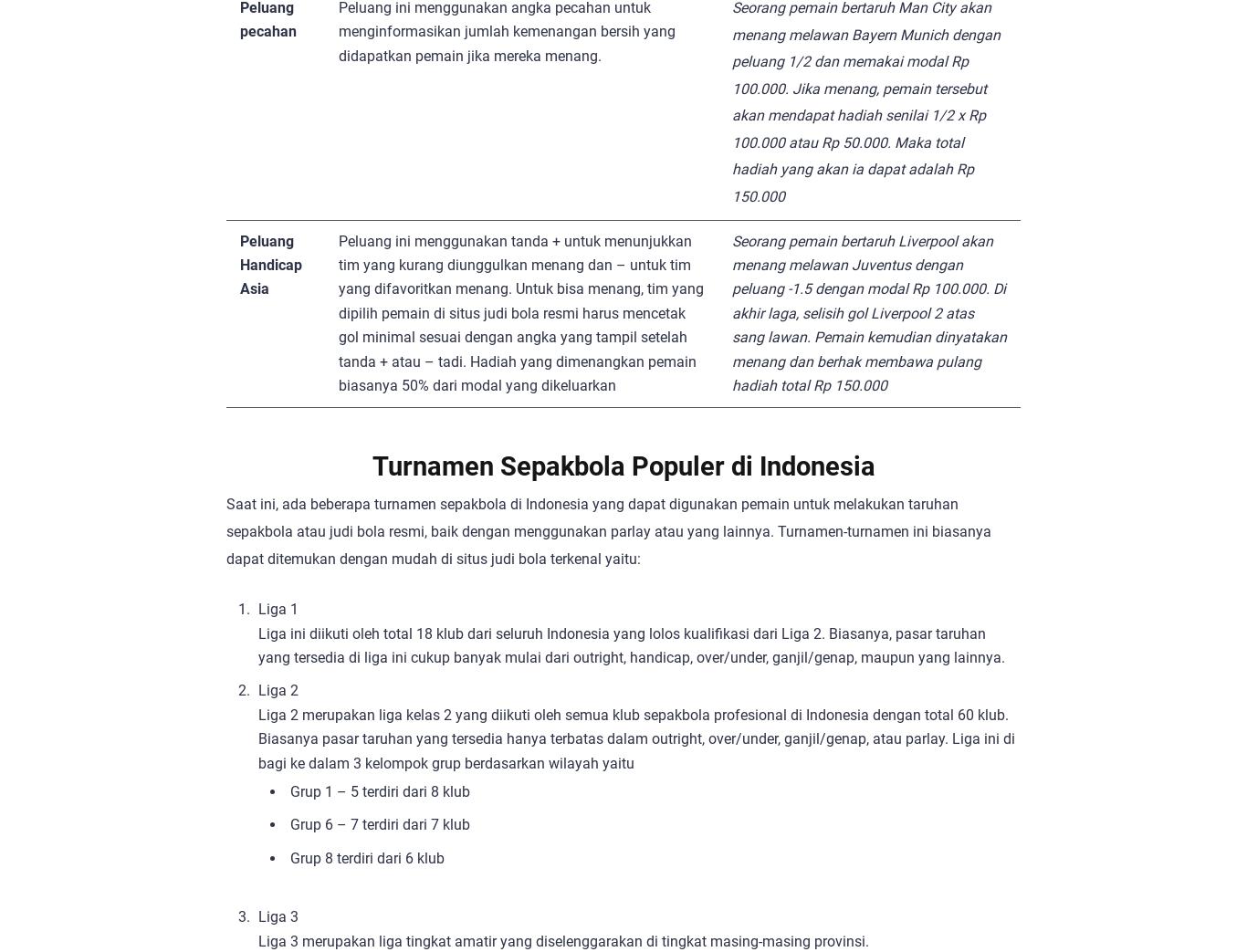 This screenshot has width=1247, height=952. Describe the element at coordinates (278, 916) in the screenshot. I see `'Liga 3'` at that location.